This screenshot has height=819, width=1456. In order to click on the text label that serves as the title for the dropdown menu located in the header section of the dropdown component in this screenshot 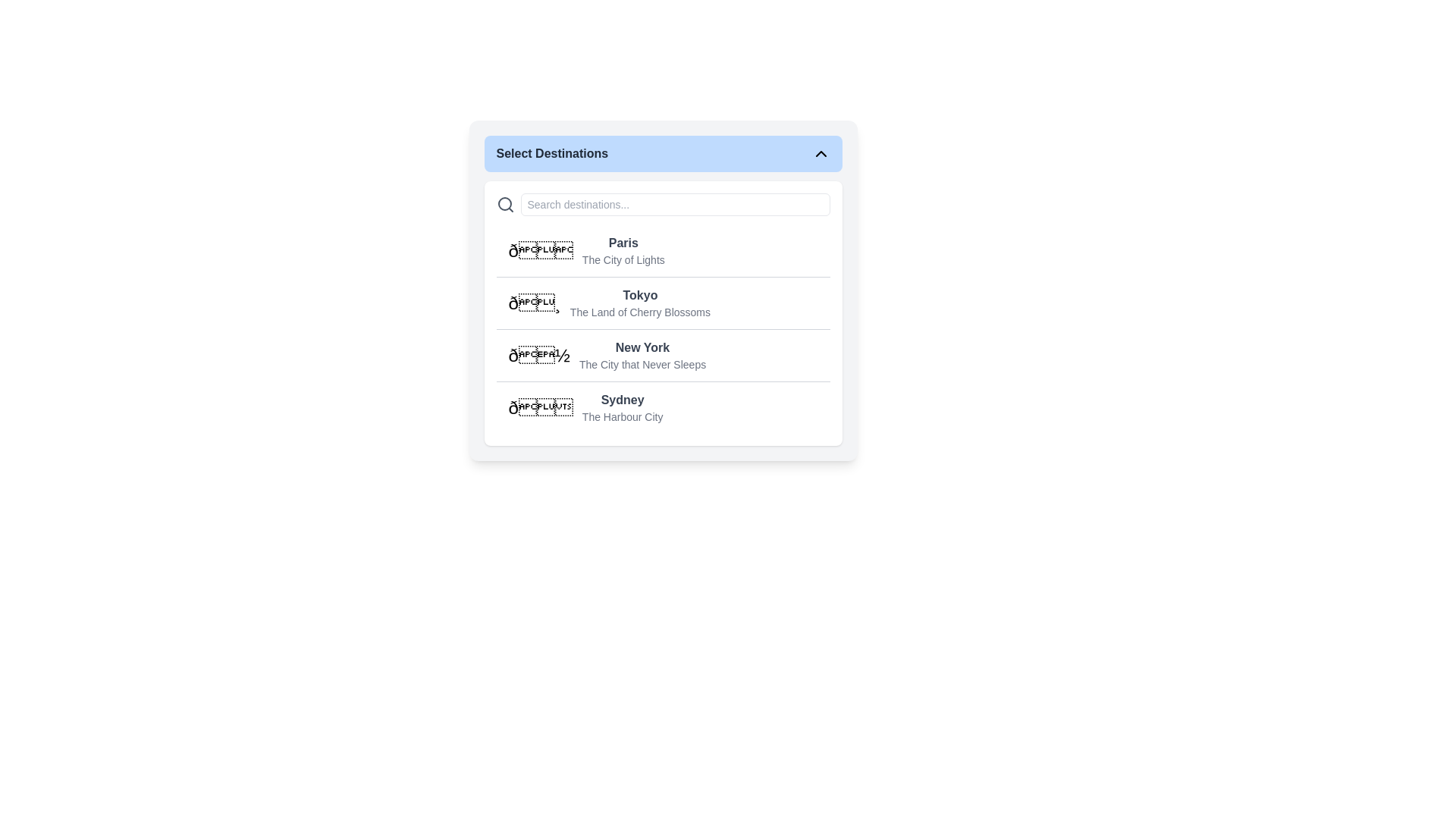, I will do `click(551, 154)`.